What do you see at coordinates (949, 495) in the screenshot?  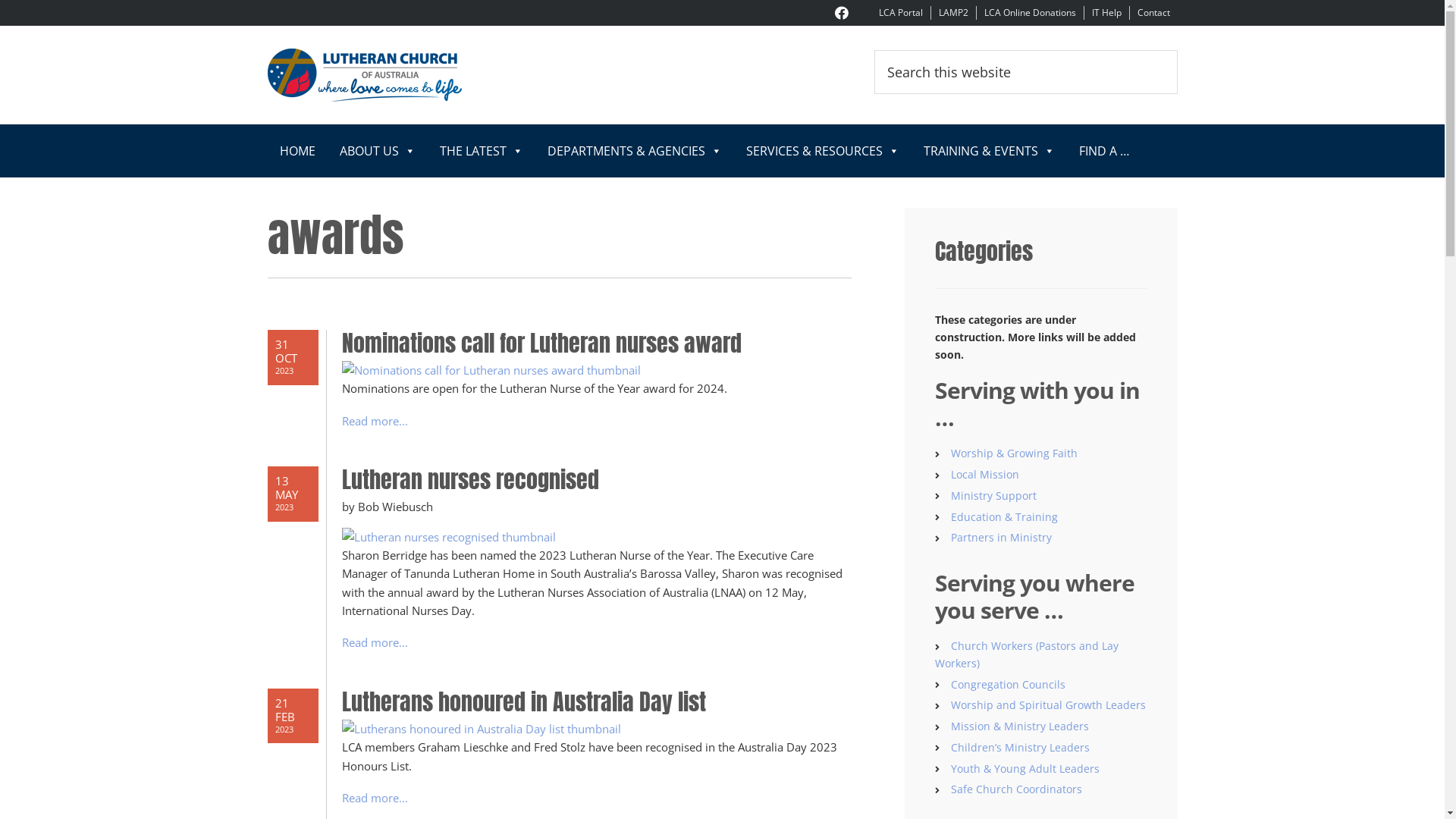 I see `'Ministry Support'` at bounding box center [949, 495].